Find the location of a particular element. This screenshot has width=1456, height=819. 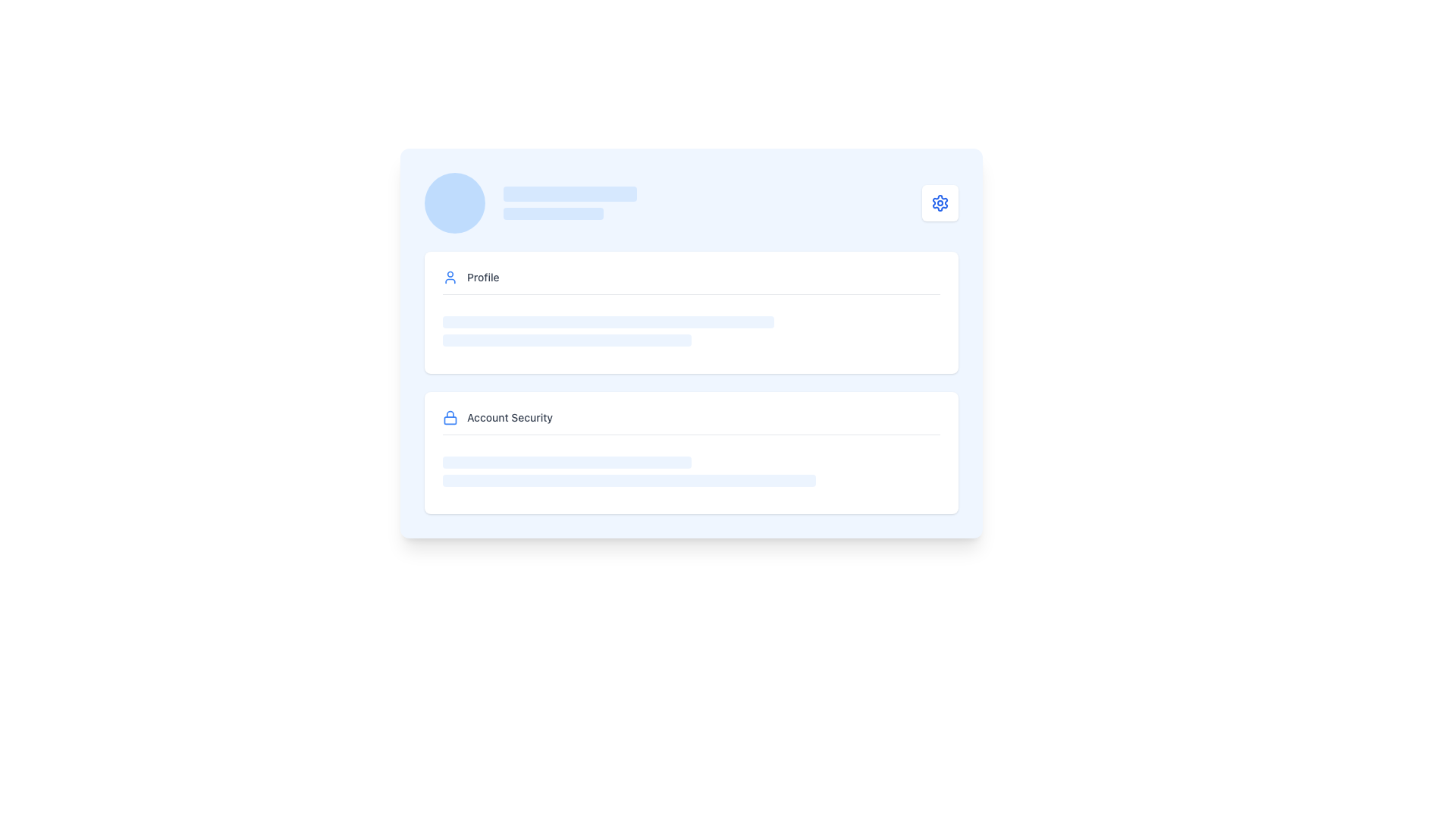

the loading bar positioned directly above a smaller bar in the vertical stack of elements is located at coordinates (570, 193).